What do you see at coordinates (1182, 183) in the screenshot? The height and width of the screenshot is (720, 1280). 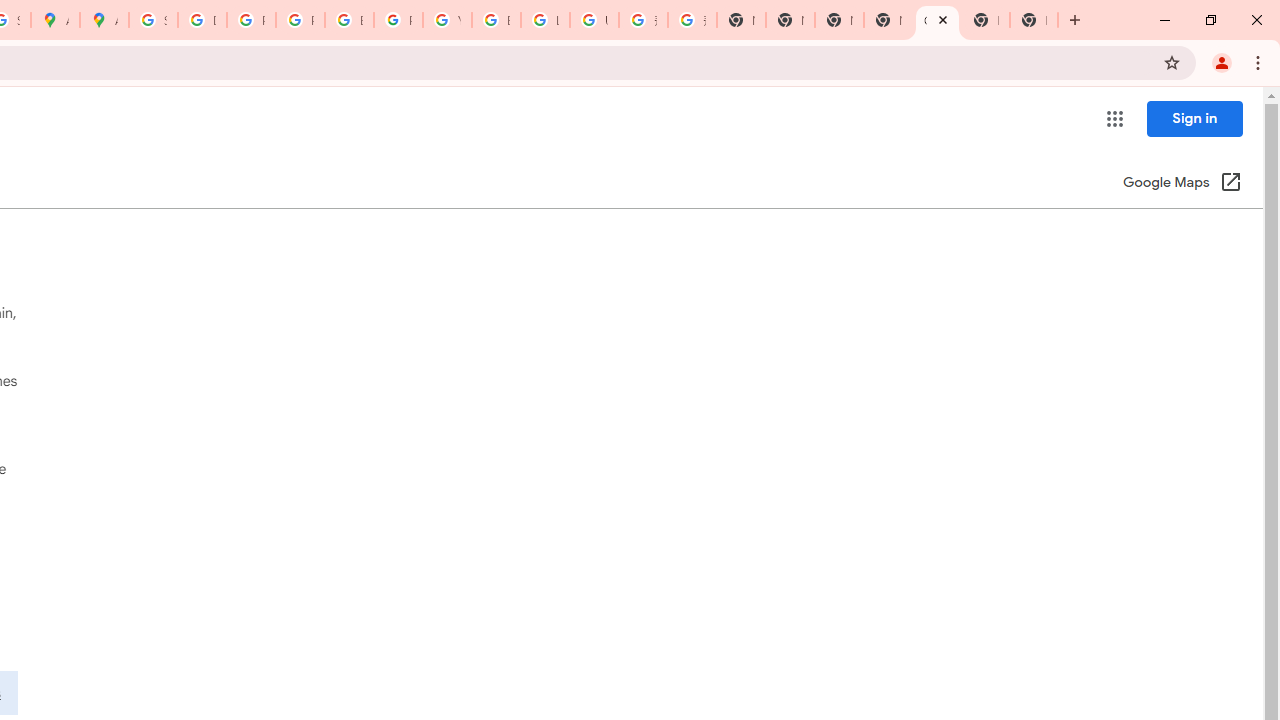 I see `'Google Maps (Open in a new window)'` at bounding box center [1182, 183].